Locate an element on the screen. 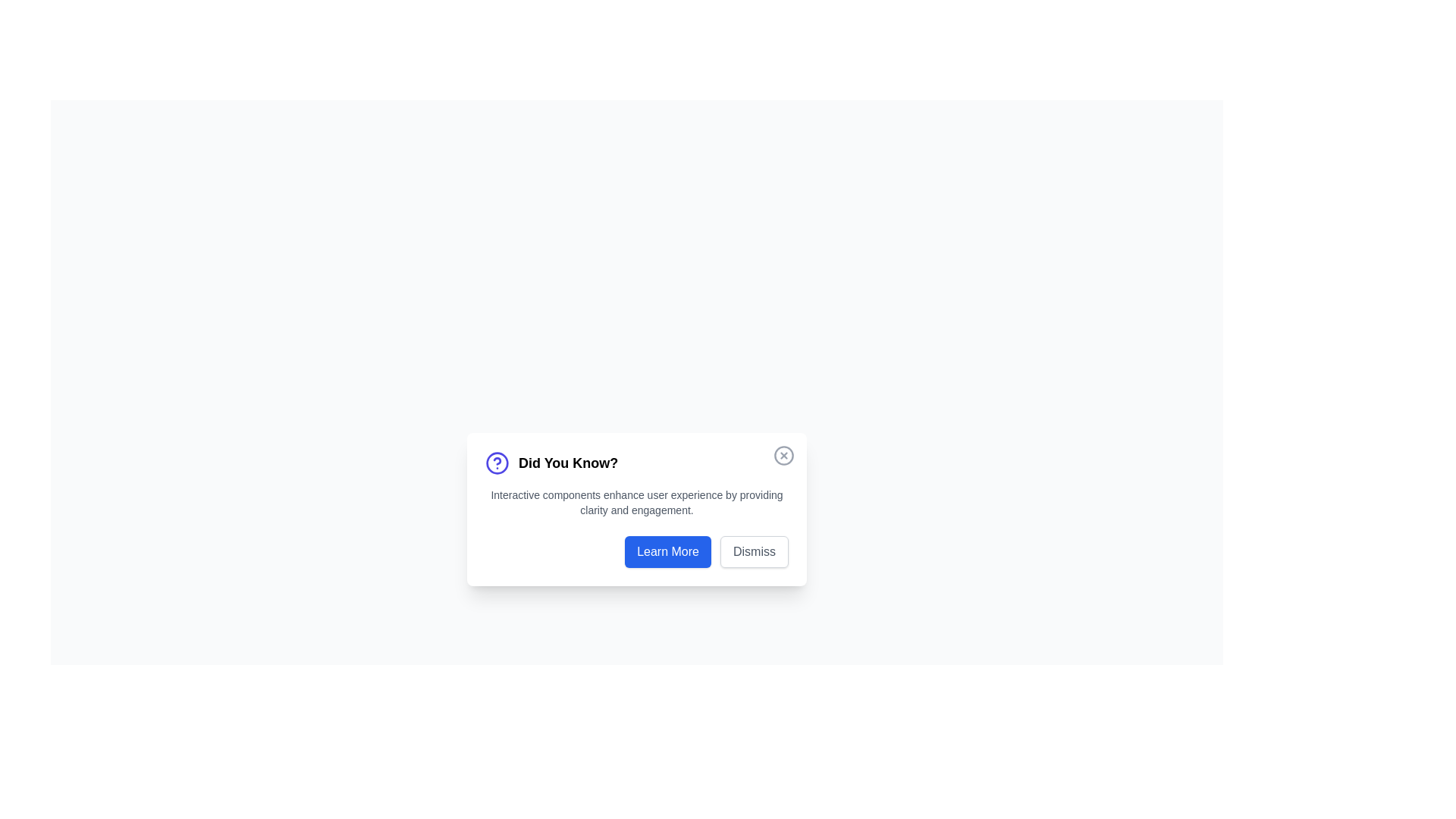 The height and width of the screenshot is (819, 1456). the dismiss button located on the lower right side of the centered modal dialog box is located at coordinates (754, 552).